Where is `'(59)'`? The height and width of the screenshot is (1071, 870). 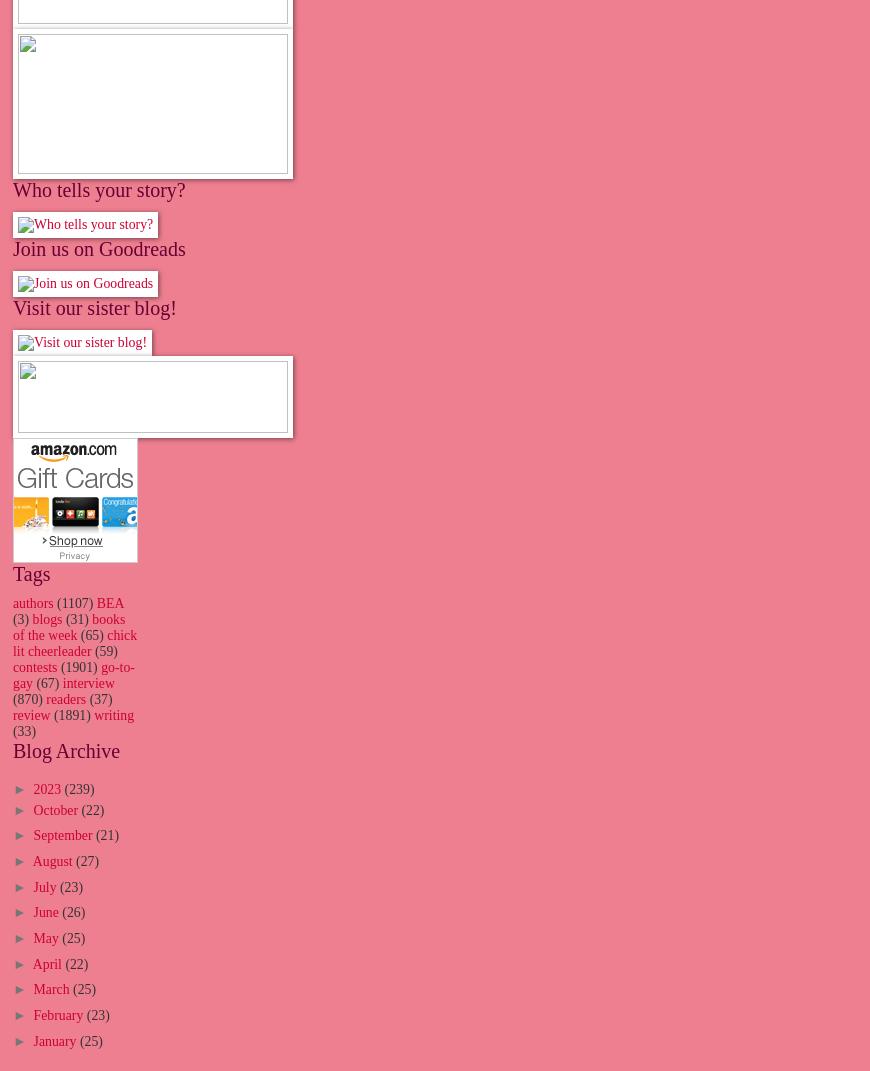
'(59)' is located at coordinates (104, 650).